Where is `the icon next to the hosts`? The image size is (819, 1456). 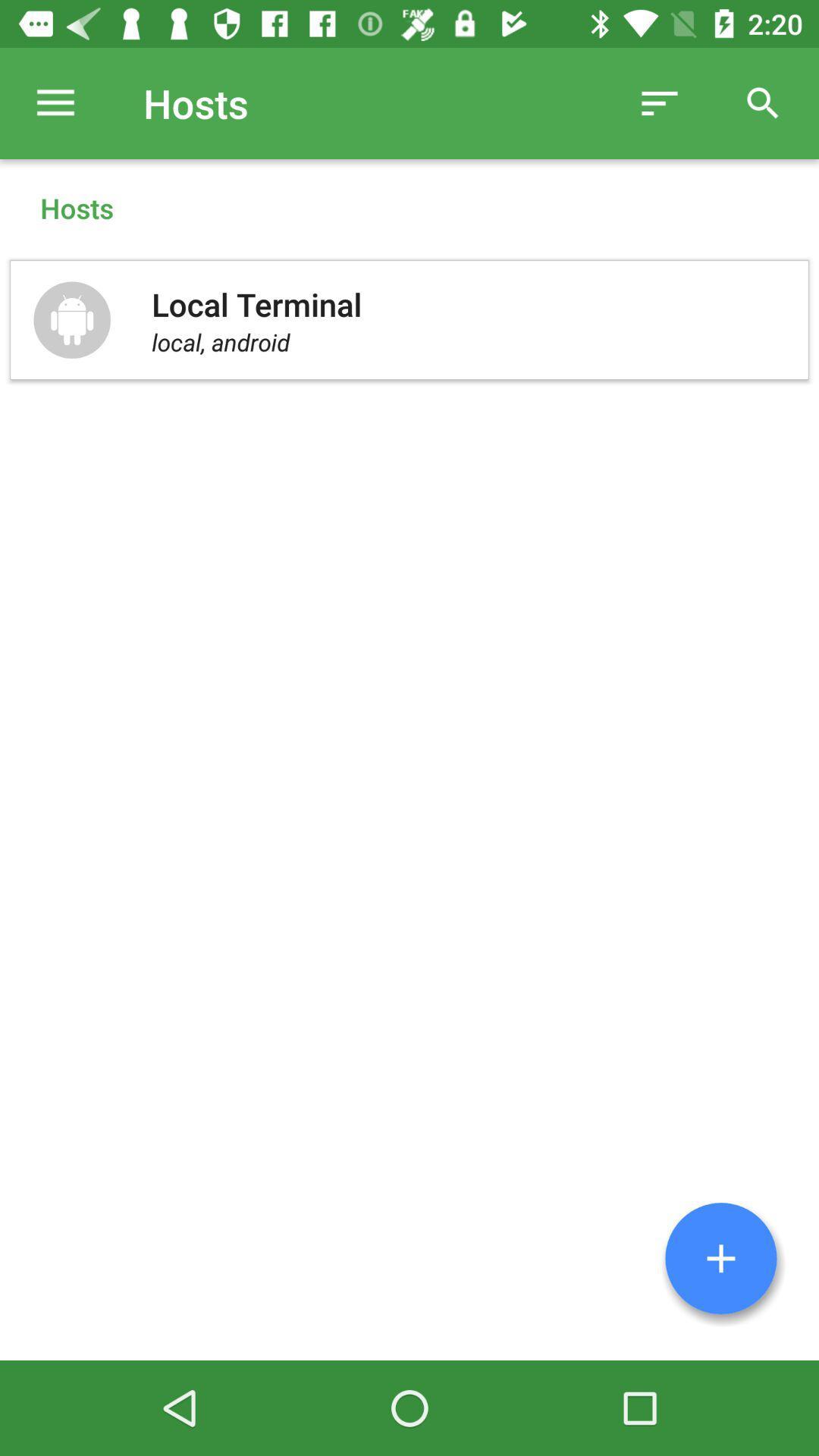
the icon next to the hosts is located at coordinates (659, 102).